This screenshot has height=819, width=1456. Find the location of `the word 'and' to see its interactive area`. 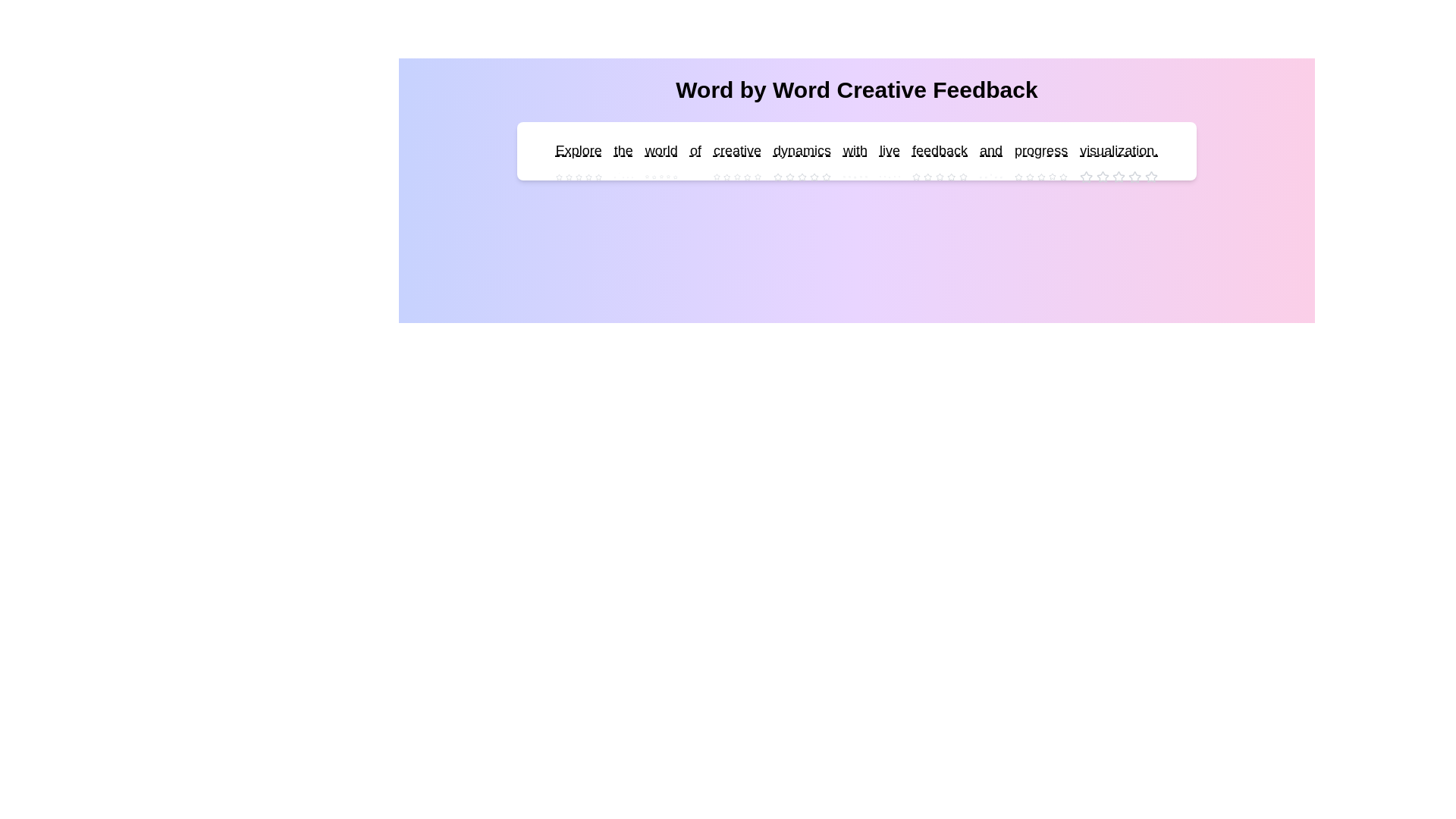

the word 'and' to see its interactive area is located at coordinates (991, 151).